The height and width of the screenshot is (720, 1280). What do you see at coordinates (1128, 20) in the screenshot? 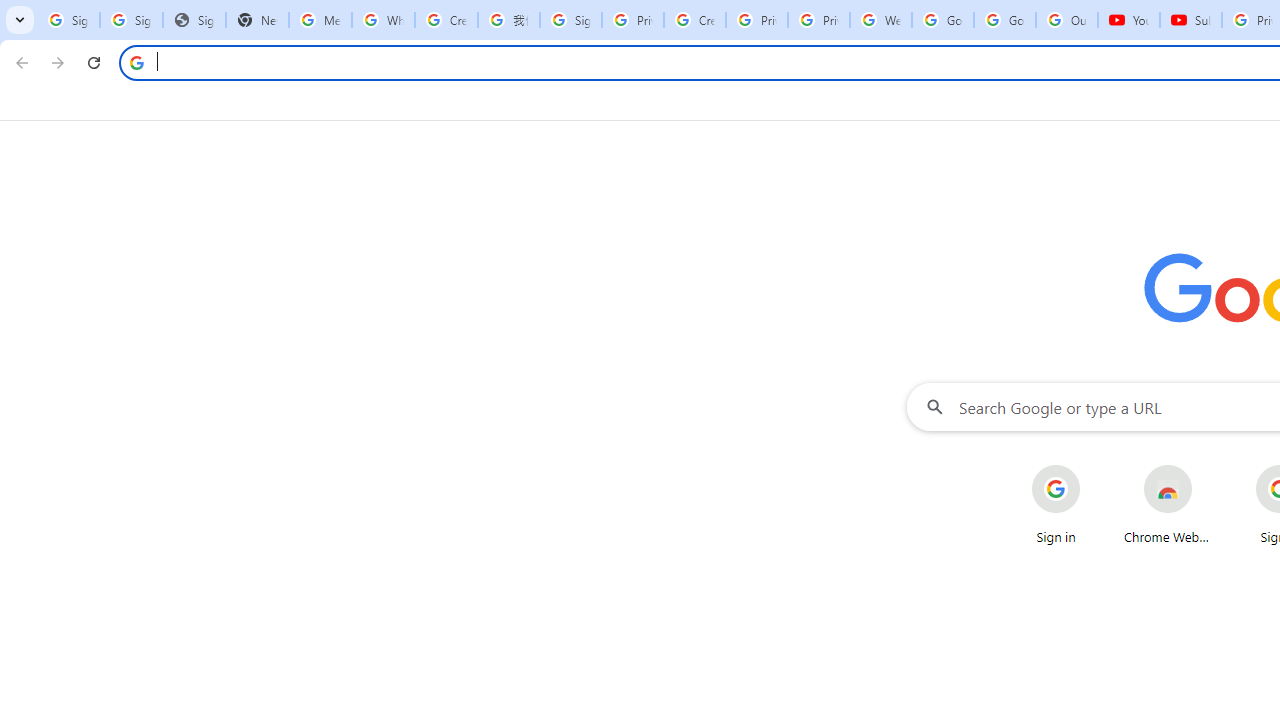
I see `'YouTube'` at bounding box center [1128, 20].